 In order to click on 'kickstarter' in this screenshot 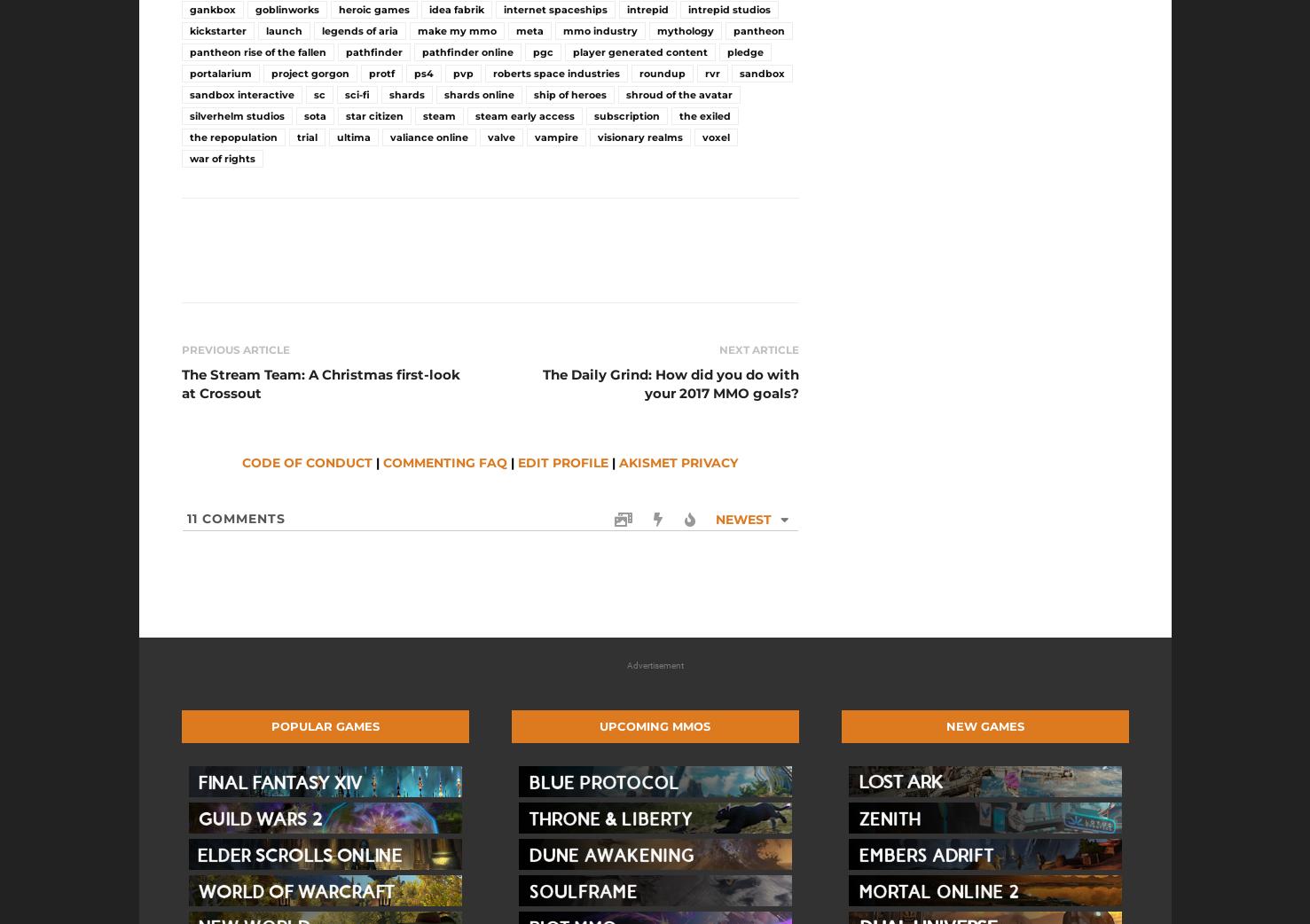, I will do `click(217, 30)`.